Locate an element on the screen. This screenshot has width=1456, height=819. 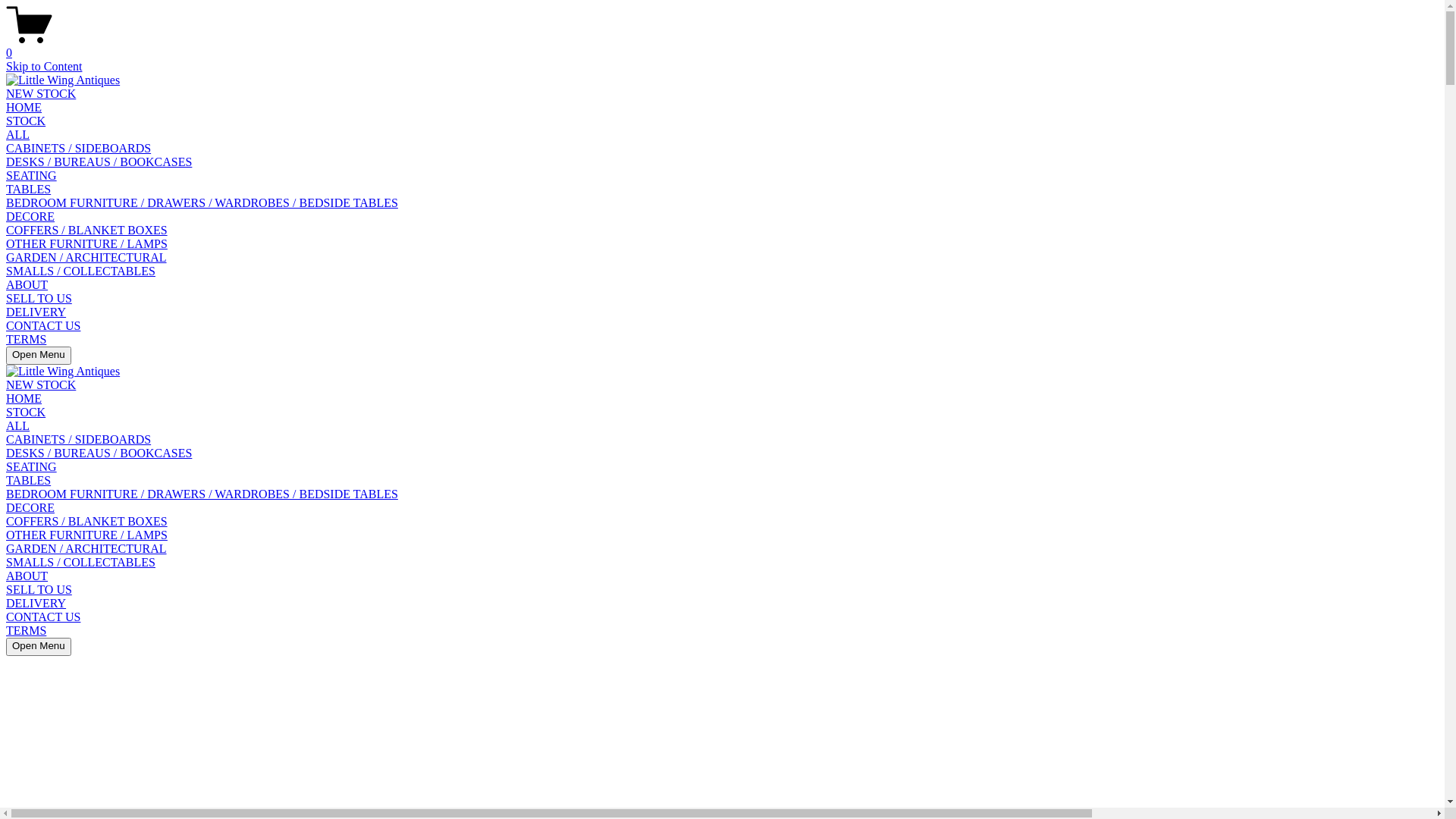
'SEATING' is located at coordinates (31, 466).